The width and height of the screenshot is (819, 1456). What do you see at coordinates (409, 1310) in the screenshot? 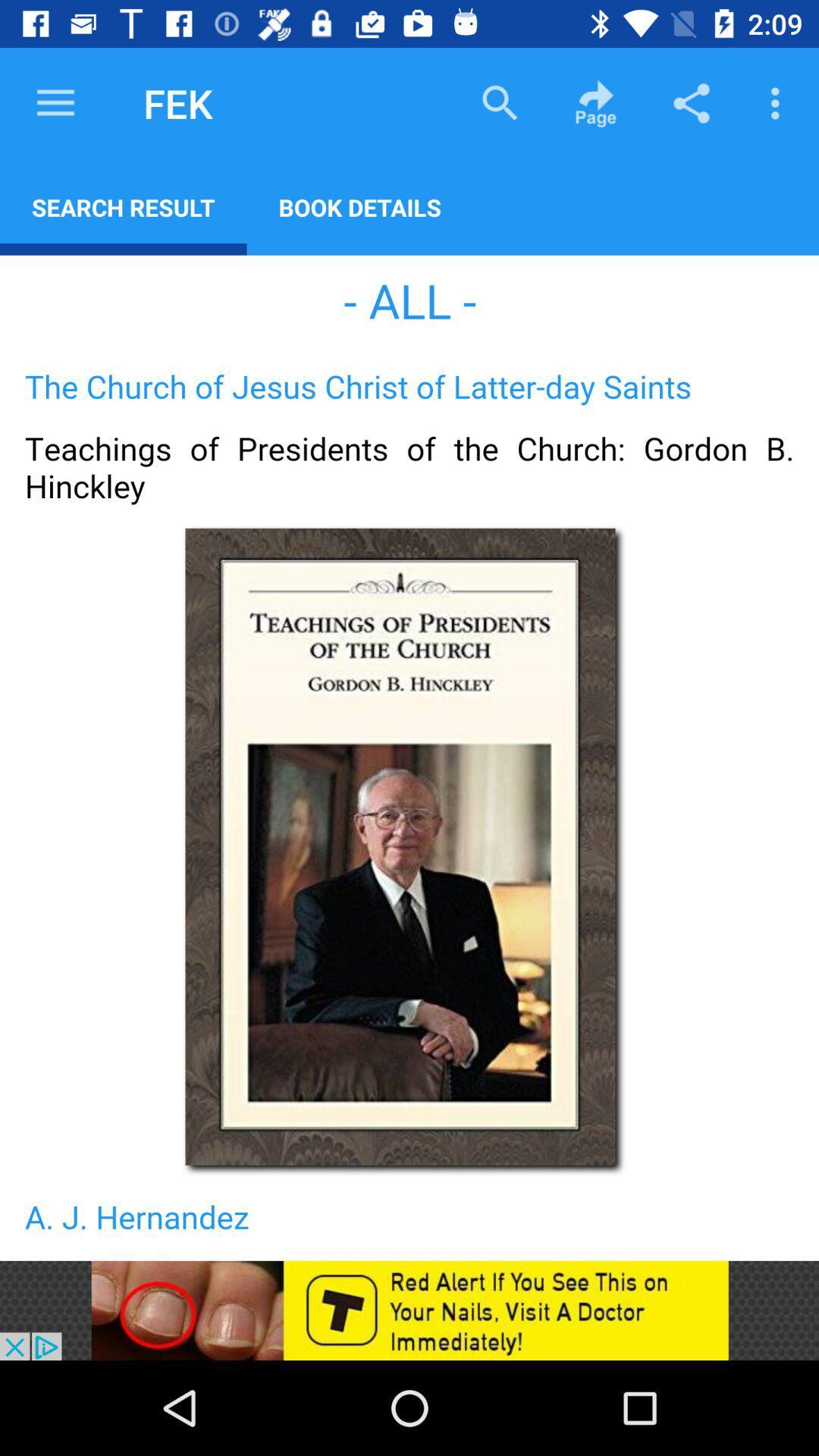
I see `advertisement` at bounding box center [409, 1310].